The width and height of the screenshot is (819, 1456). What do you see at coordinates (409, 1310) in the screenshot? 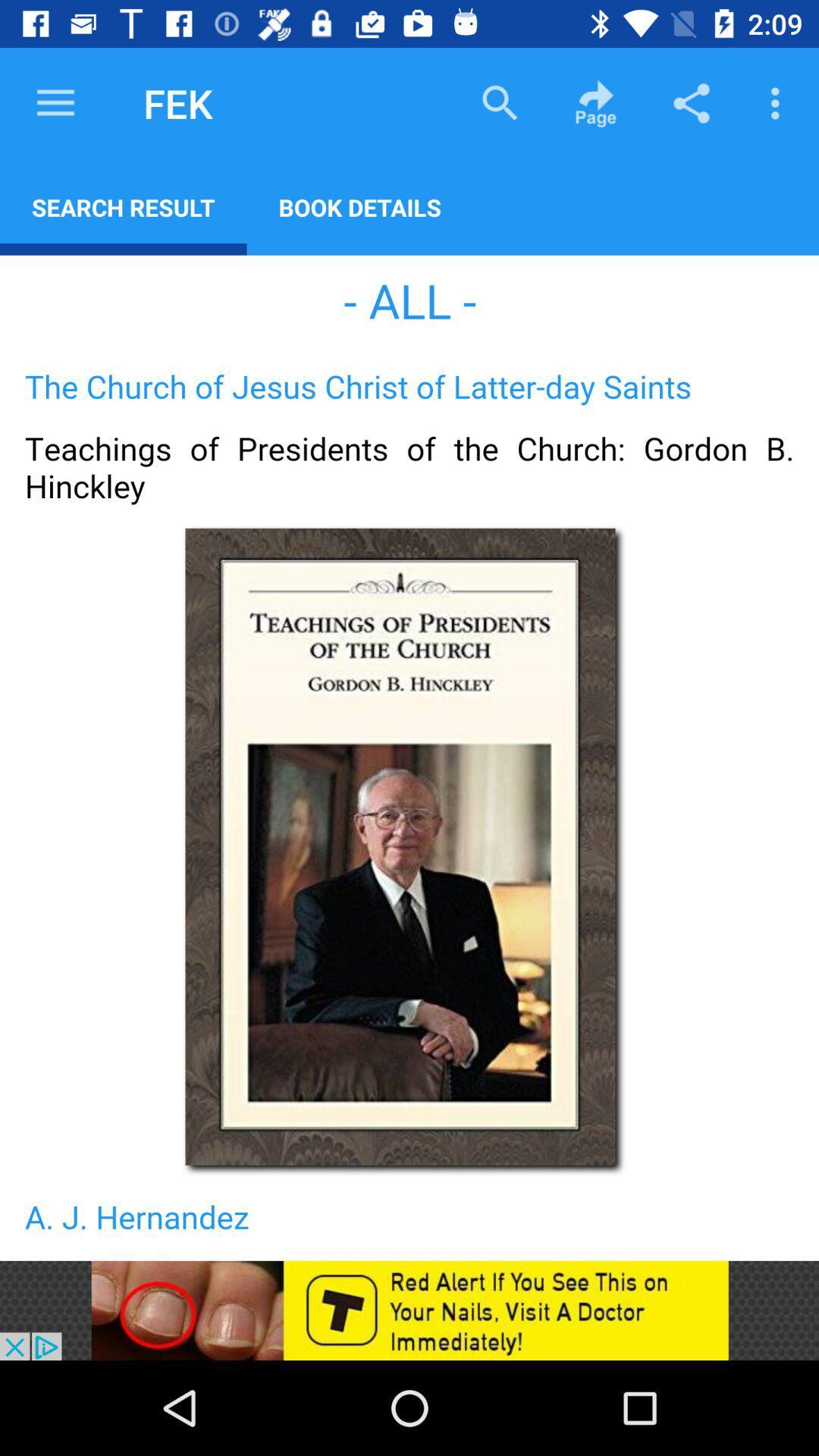
I see `advertisement` at bounding box center [409, 1310].